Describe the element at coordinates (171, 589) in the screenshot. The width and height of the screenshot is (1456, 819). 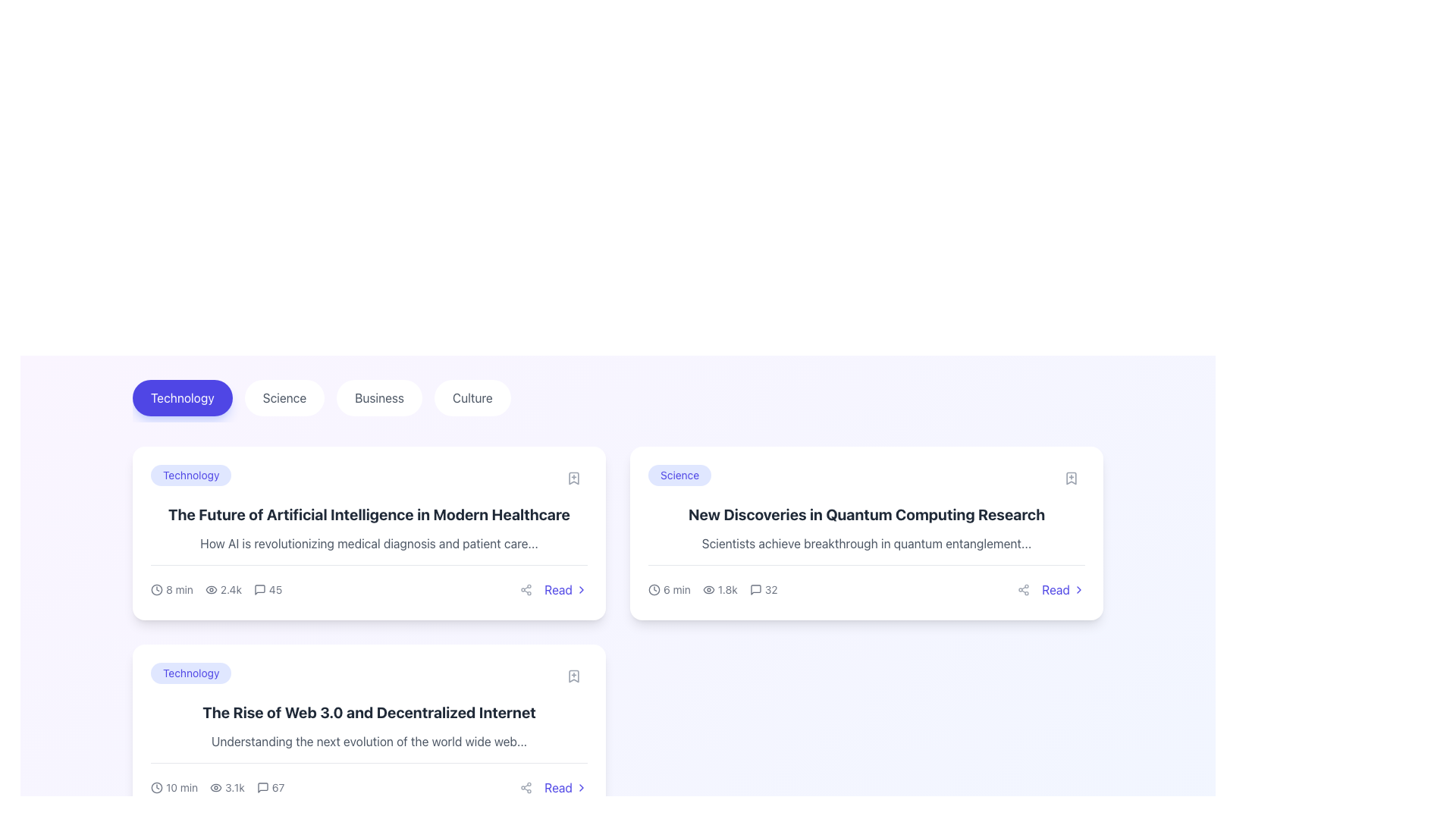
I see `the clock icon with the text '8 min' located at the far left side of its group below the title and description of the first article card` at that location.